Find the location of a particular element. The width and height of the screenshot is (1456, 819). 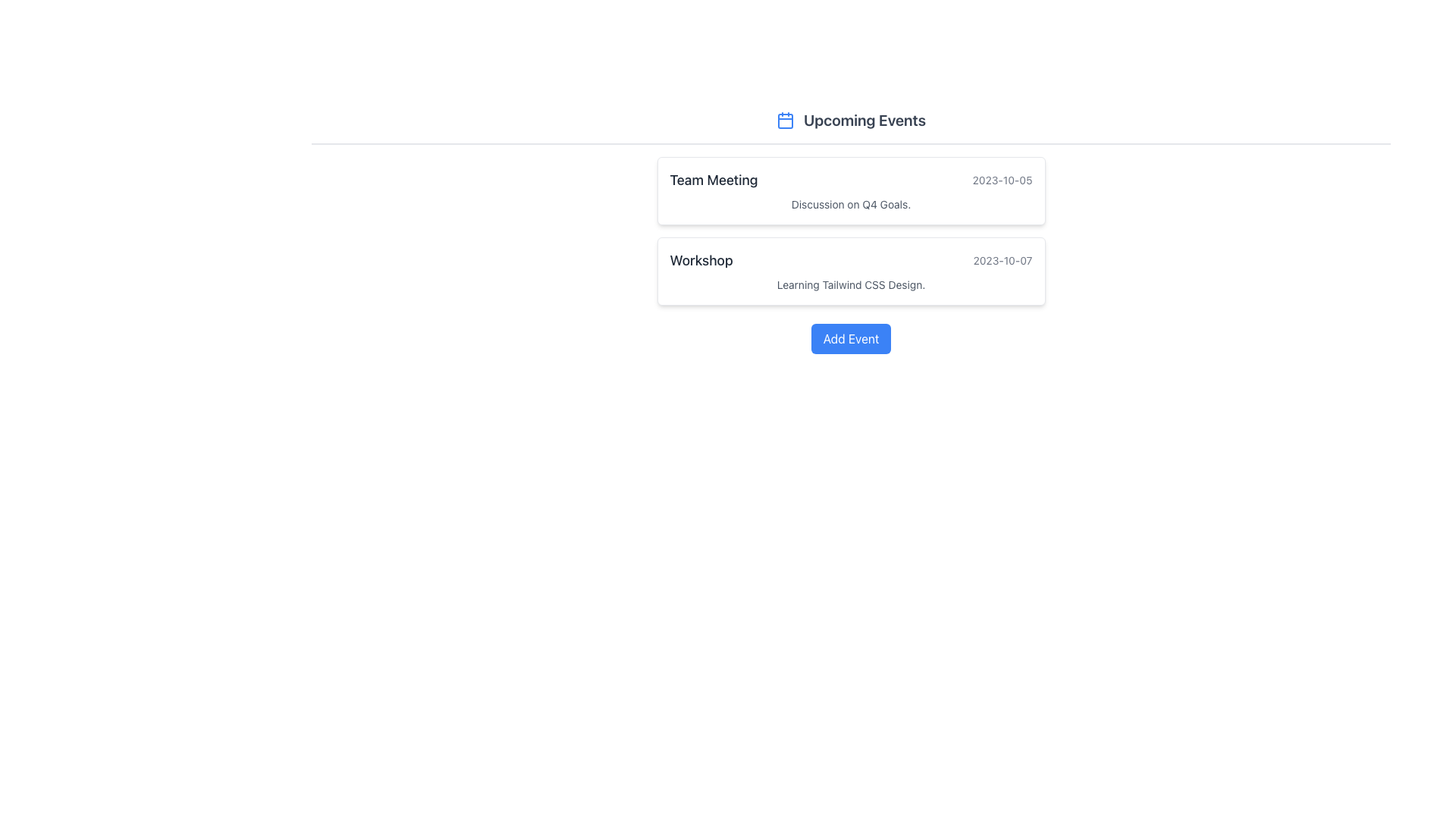

the text display showing the date '2023-10-05' located in the top-right corner of the 'Team Meeting' event card is located at coordinates (1002, 180).